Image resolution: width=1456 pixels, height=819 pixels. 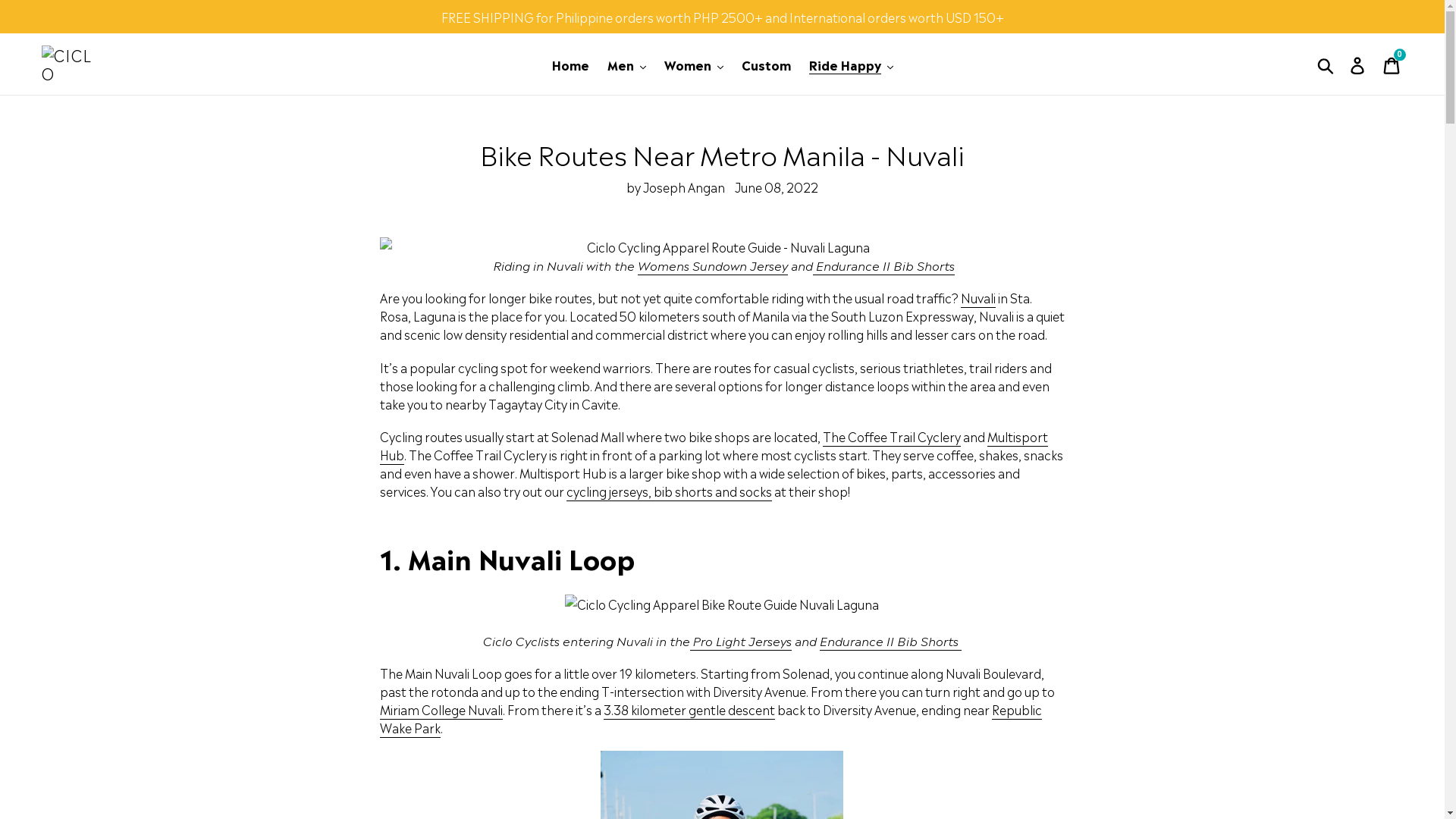 What do you see at coordinates (668, 491) in the screenshot?
I see `'cycling jerseys, bib shorts and socks'` at bounding box center [668, 491].